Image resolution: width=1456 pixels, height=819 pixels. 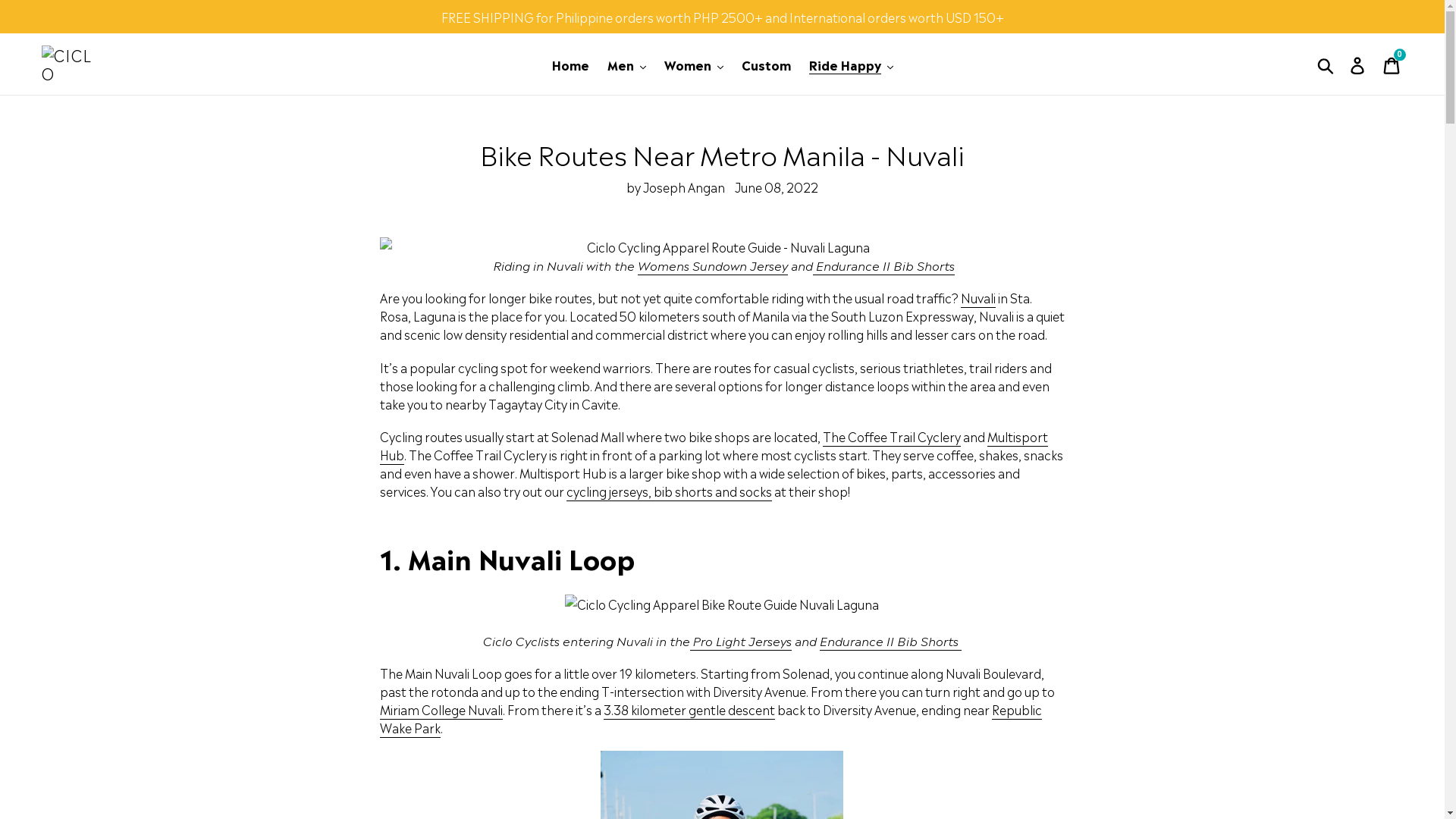 What do you see at coordinates (668, 491) in the screenshot?
I see `'cycling jerseys, bib shorts and socks'` at bounding box center [668, 491].